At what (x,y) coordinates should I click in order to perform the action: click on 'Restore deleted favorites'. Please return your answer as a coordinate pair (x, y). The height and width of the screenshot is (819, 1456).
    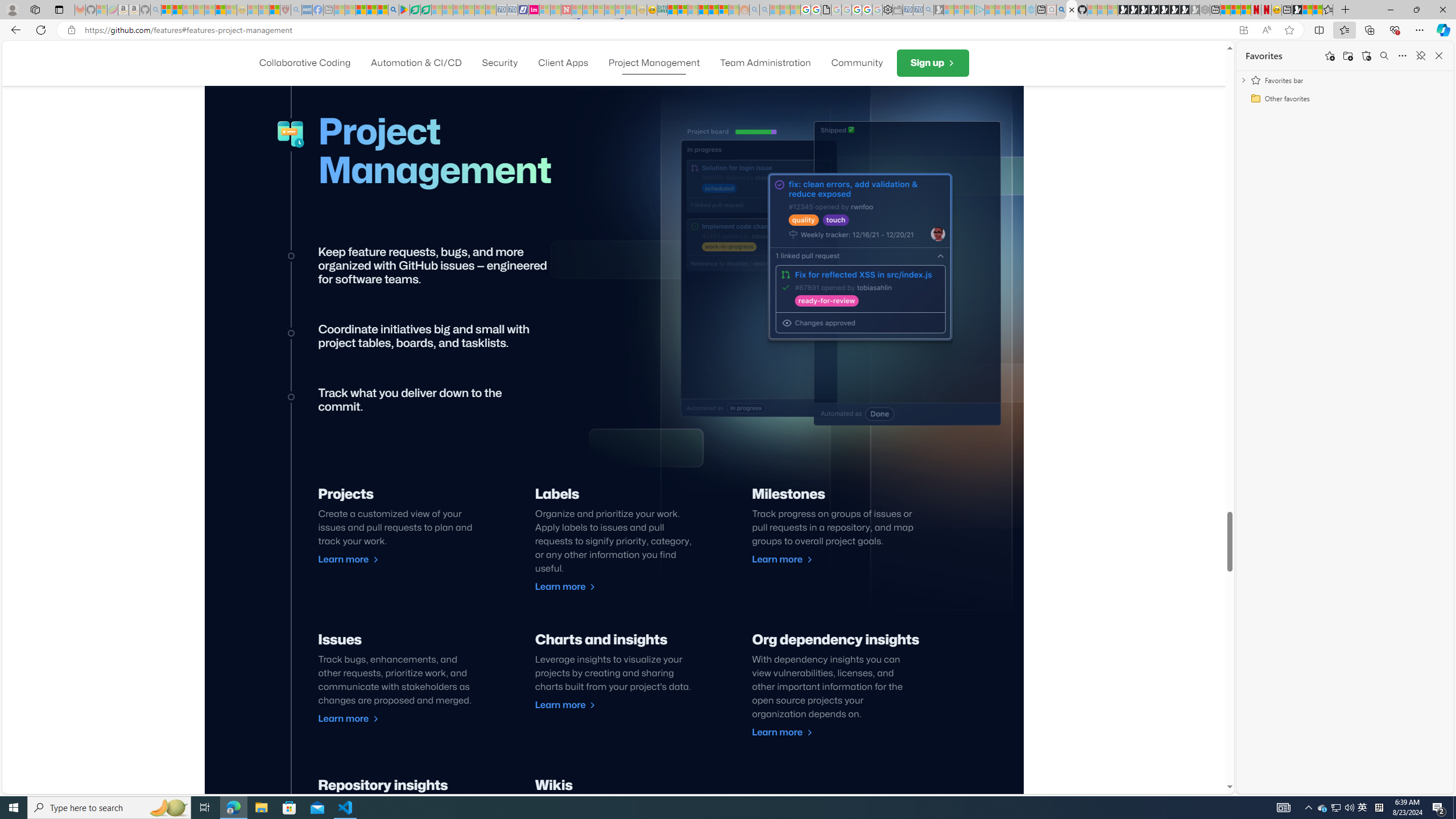
    Looking at the image, I should click on (1366, 55).